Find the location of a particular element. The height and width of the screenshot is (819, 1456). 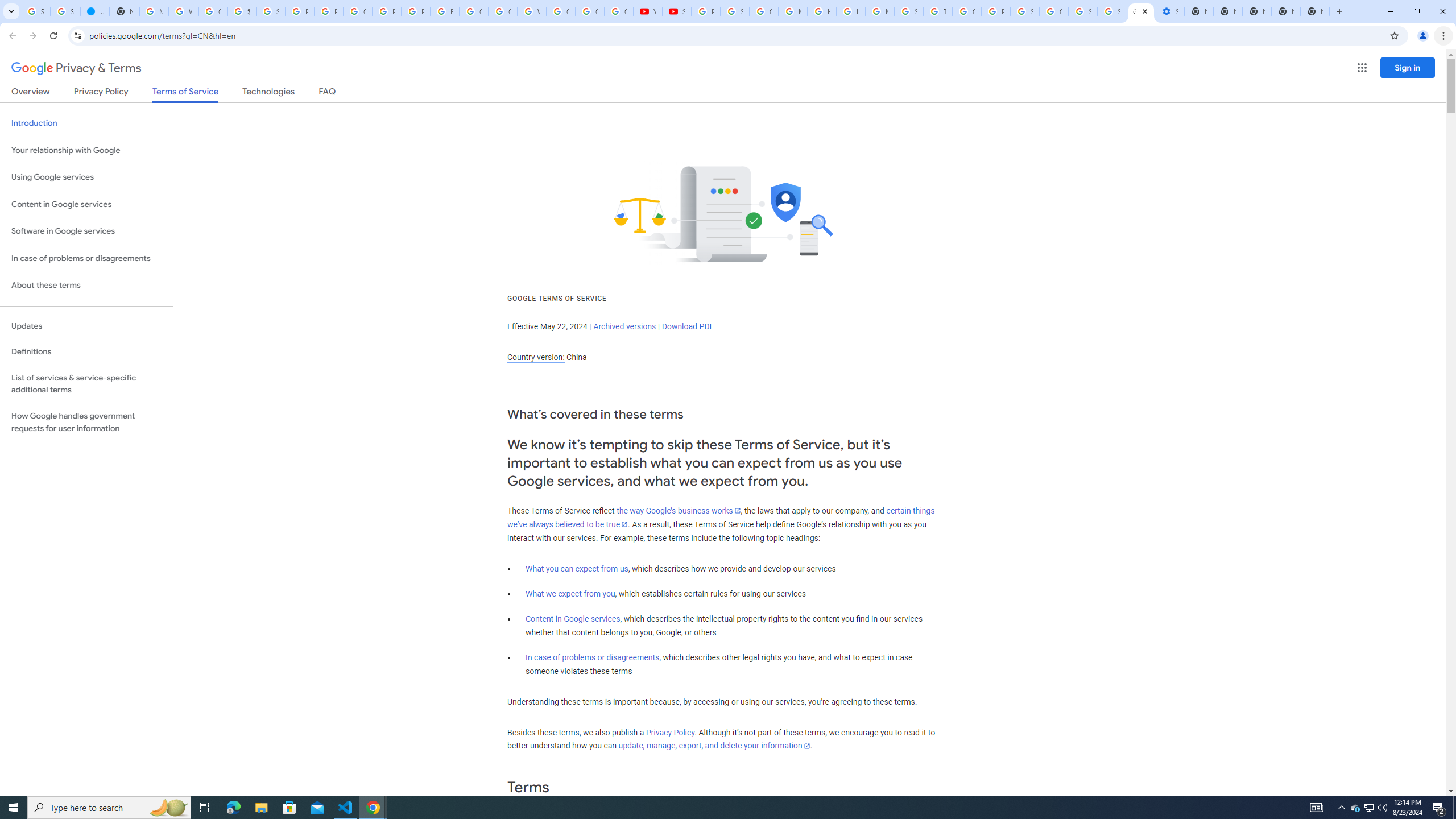

'Search our Doodle Library Collection - Google Doodles' is located at coordinates (908, 11).